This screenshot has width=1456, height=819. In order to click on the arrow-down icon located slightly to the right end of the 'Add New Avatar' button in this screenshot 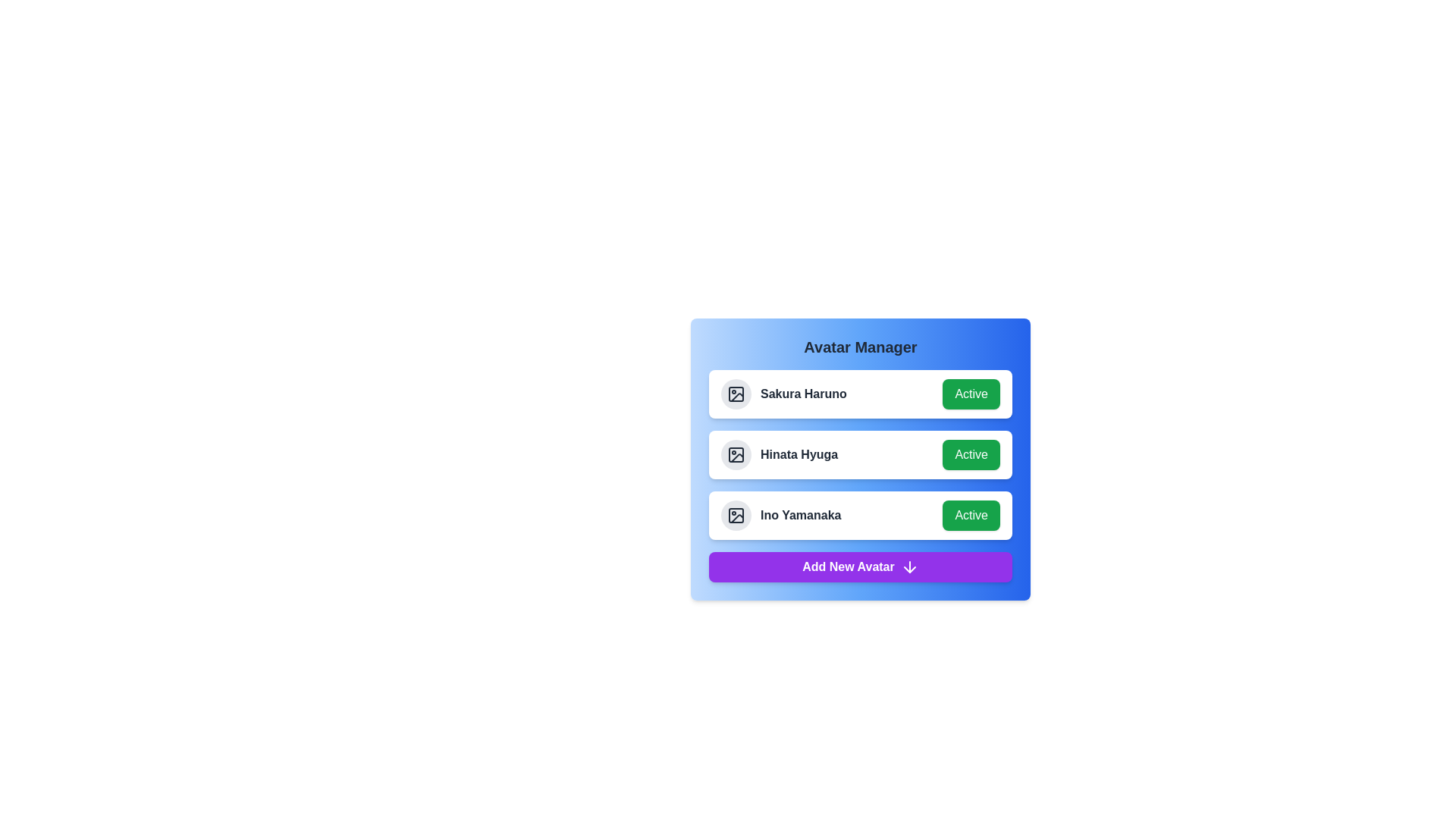, I will do `click(909, 567)`.